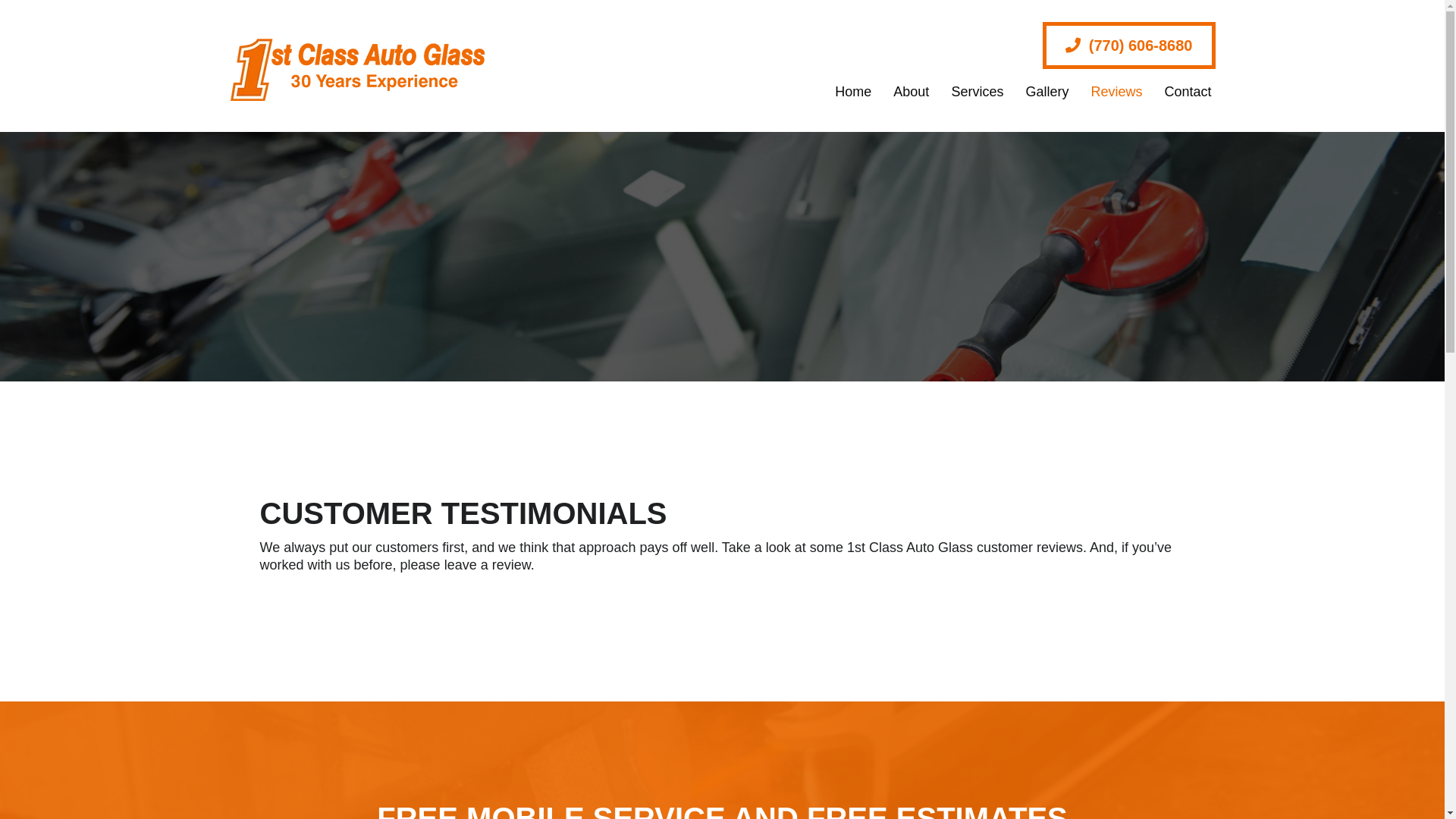 This screenshot has height=819, width=1456. What do you see at coordinates (1109, 91) in the screenshot?
I see `'Reviews'` at bounding box center [1109, 91].